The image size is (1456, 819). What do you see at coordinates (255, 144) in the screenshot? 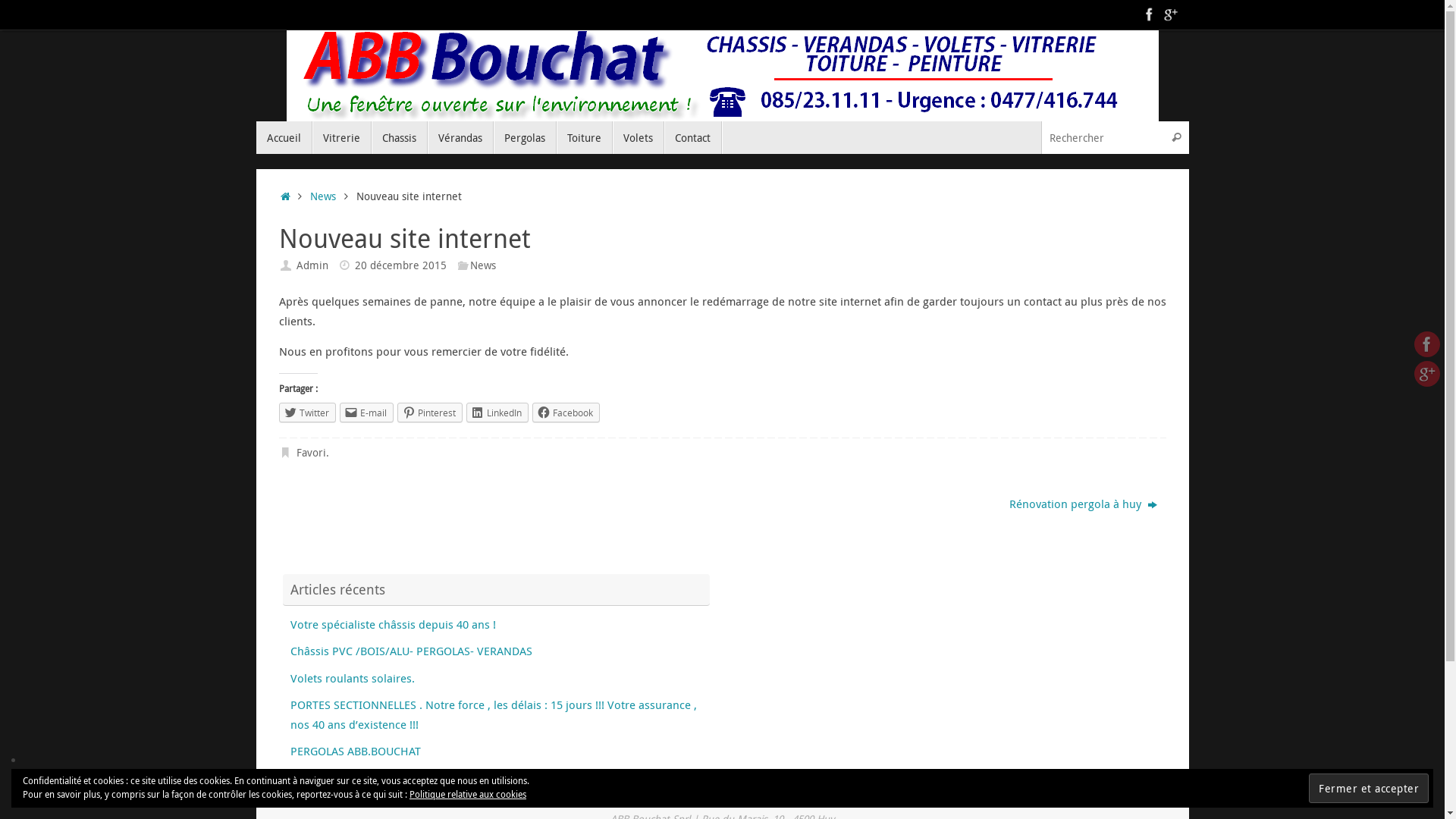
I see `'Passer au contenu'` at bounding box center [255, 144].